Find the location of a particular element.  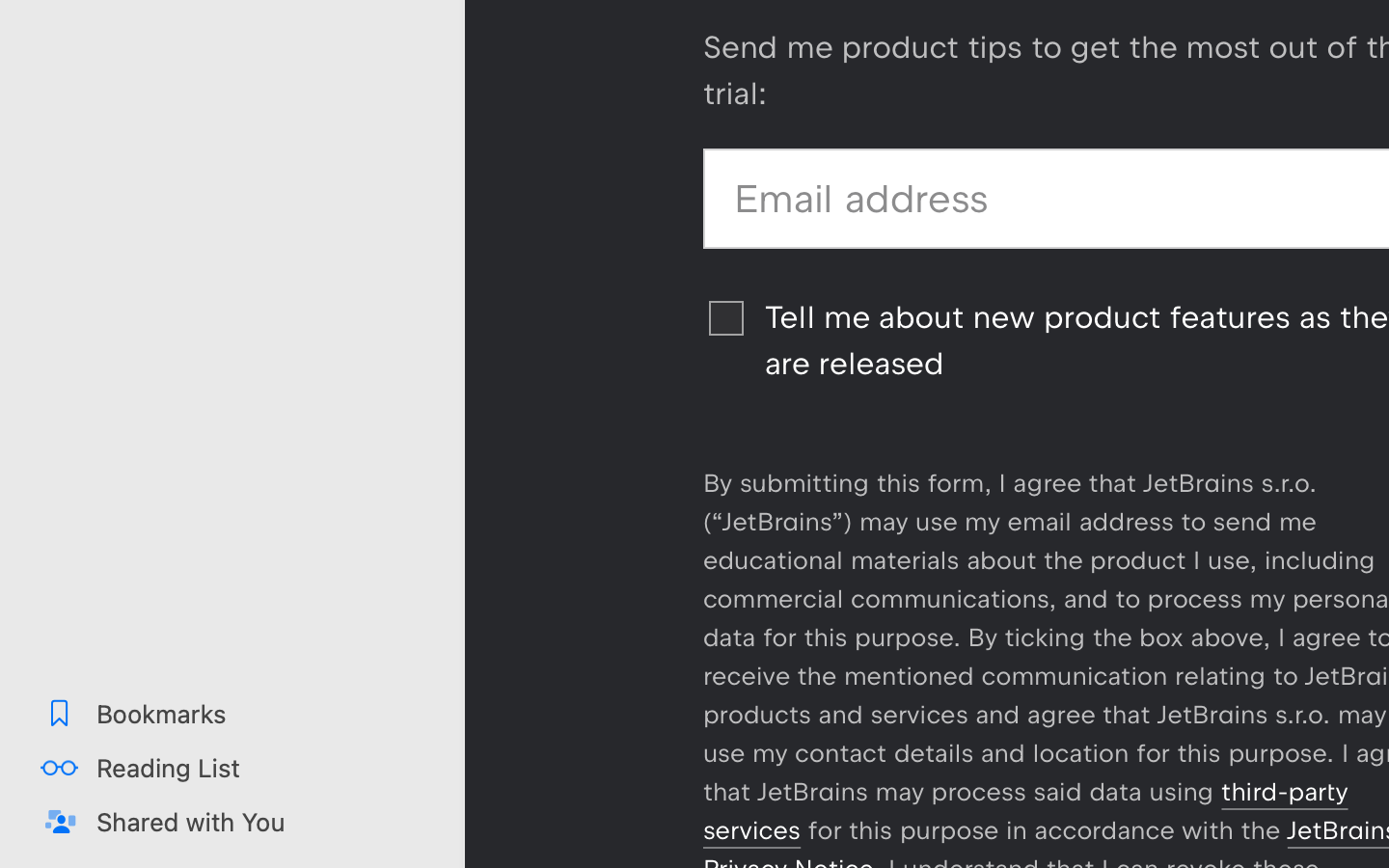

'for this purpose in accordance with the' is located at coordinates (1044, 830).